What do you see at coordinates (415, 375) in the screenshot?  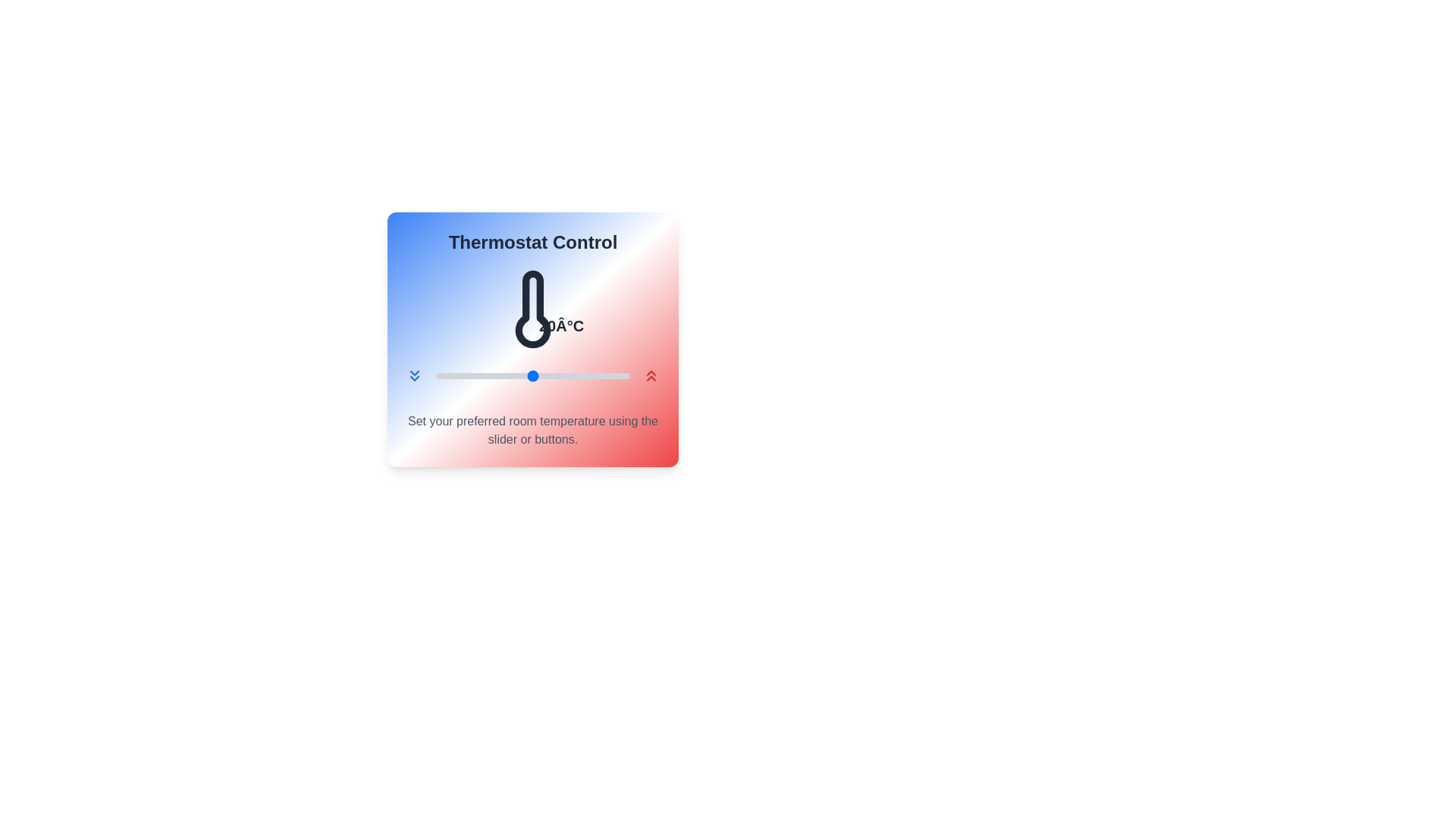 I see `down button to decrease the temperature by 1 degree` at bounding box center [415, 375].